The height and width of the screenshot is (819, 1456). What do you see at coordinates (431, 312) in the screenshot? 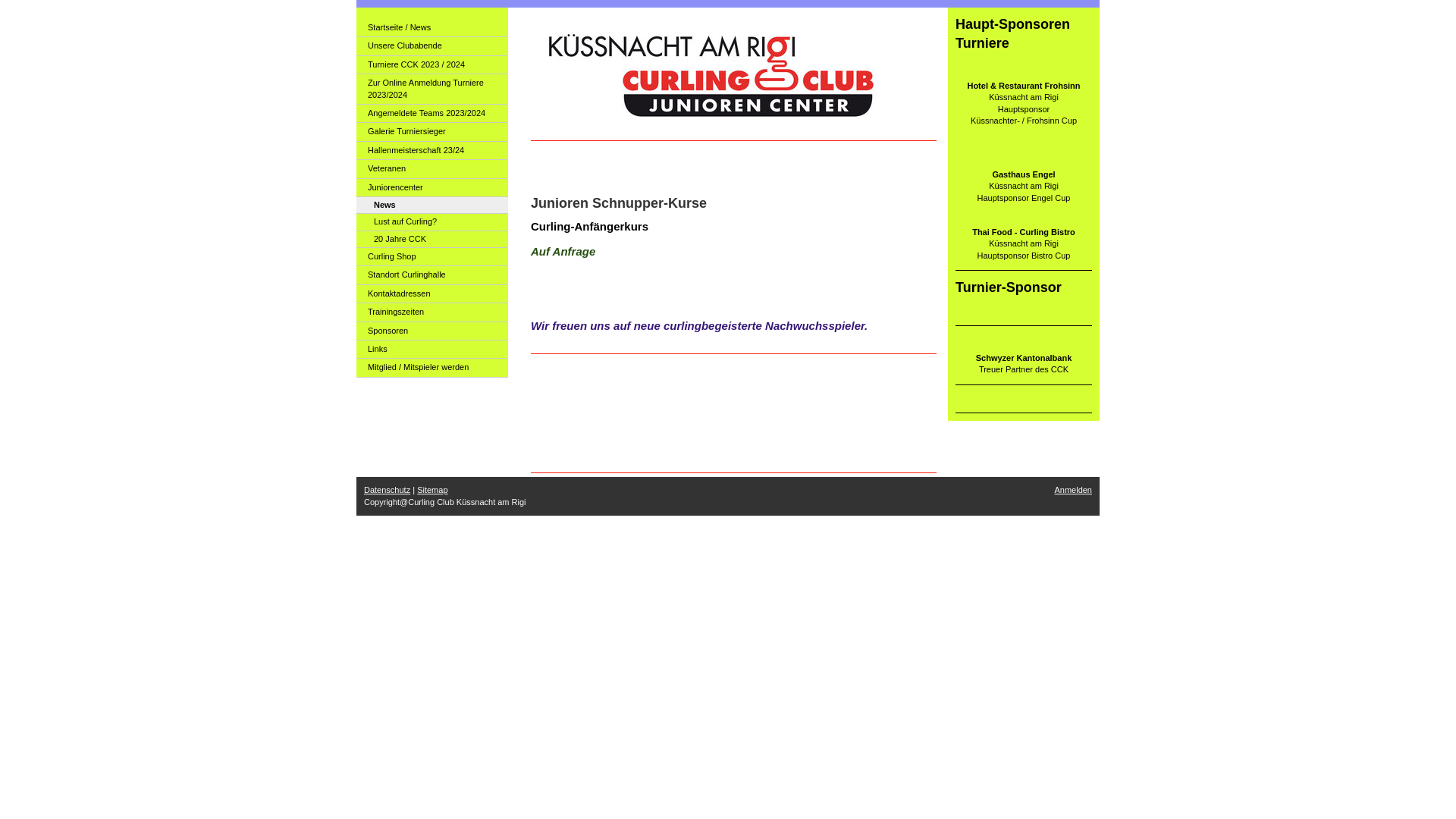
I see `'Trainingszeiten'` at bounding box center [431, 312].